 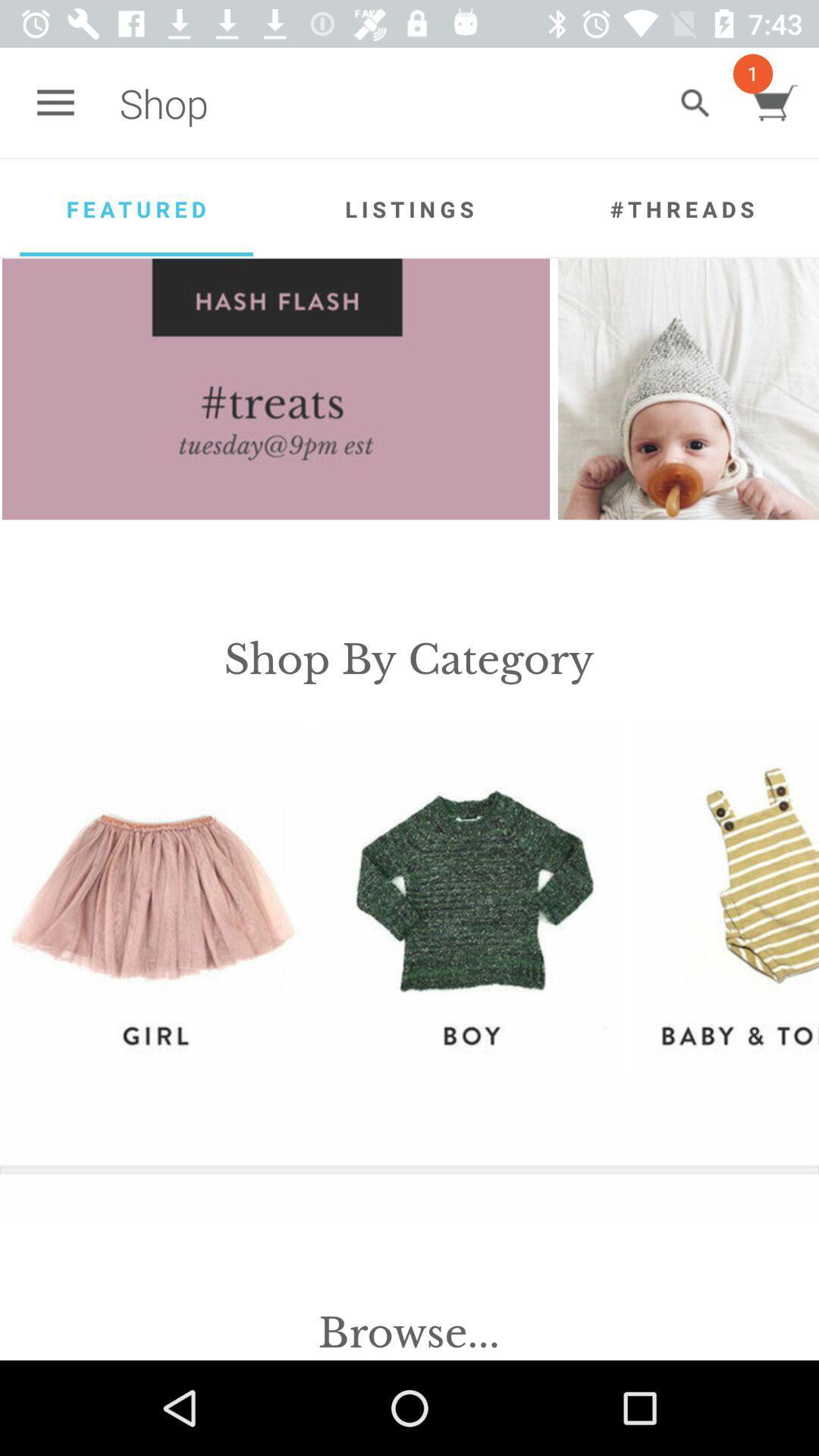 What do you see at coordinates (695, 102) in the screenshot?
I see `icon next to shop icon` at bounding box center [695, 102].